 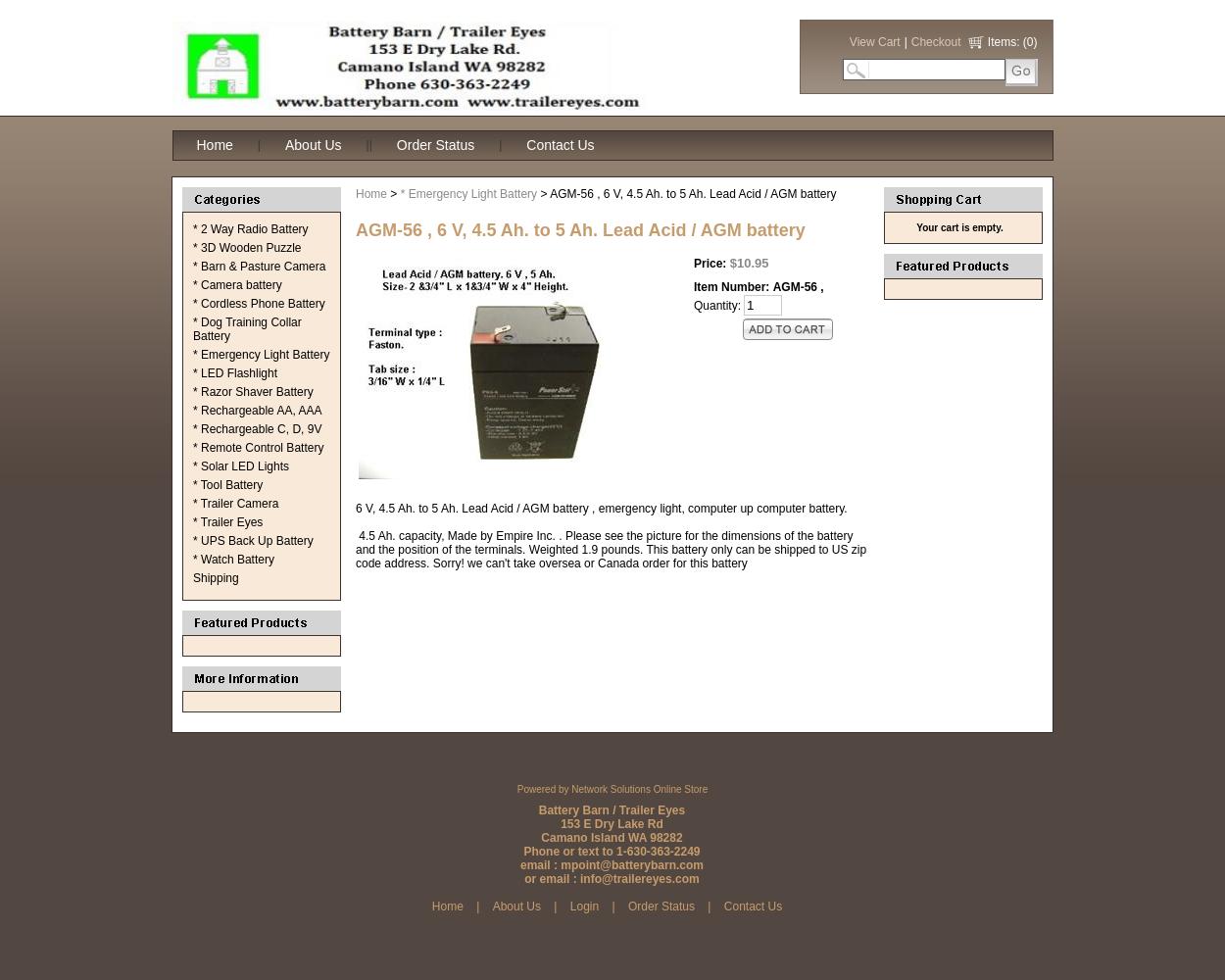 What do you see at coordinates (240, 465) in the screenshot?
I see `'* Solar LED Lights'` at bounding box center [240, 465].